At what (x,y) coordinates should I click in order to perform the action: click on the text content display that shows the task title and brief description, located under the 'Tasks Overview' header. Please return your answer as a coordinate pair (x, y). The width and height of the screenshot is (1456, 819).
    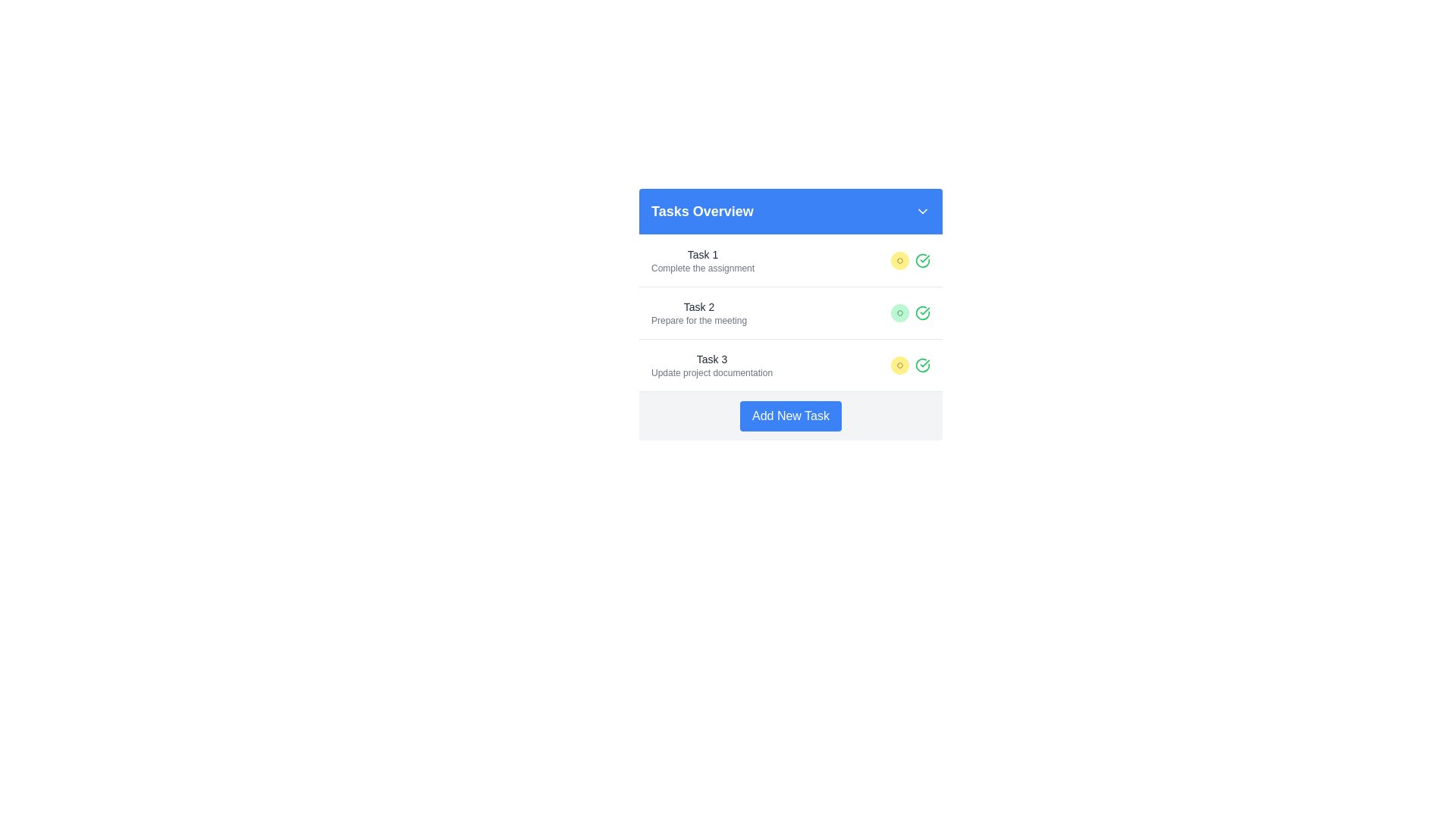
    Looking at the image, I should click on (701, 259).